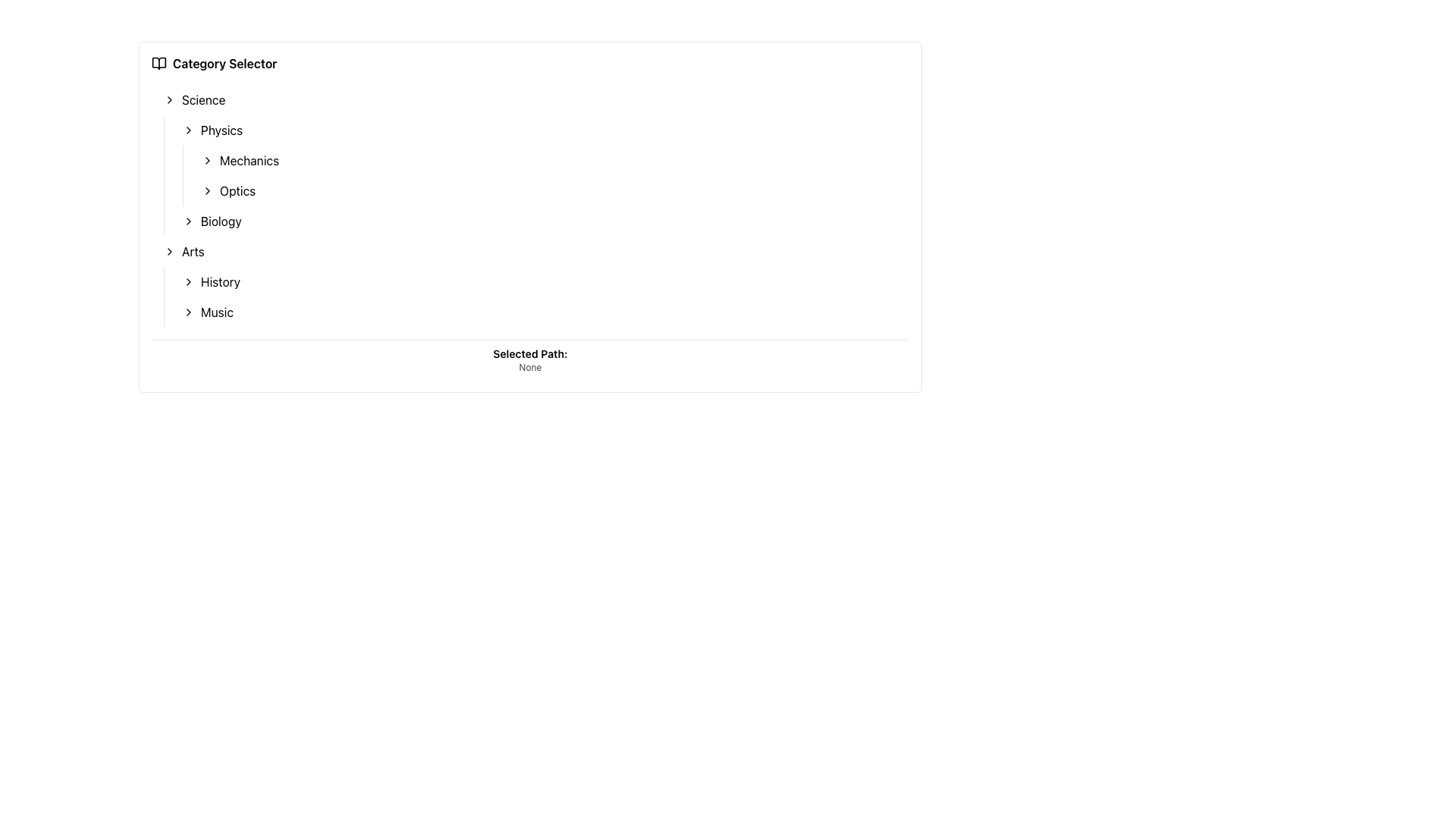 Image resolution: width=1456 pixels, height=819 pixels. Describe the element at coordinates (206, 190) in the screenshot. I see `the right-facing chevron icon next to the 'Optics' label` at that location.